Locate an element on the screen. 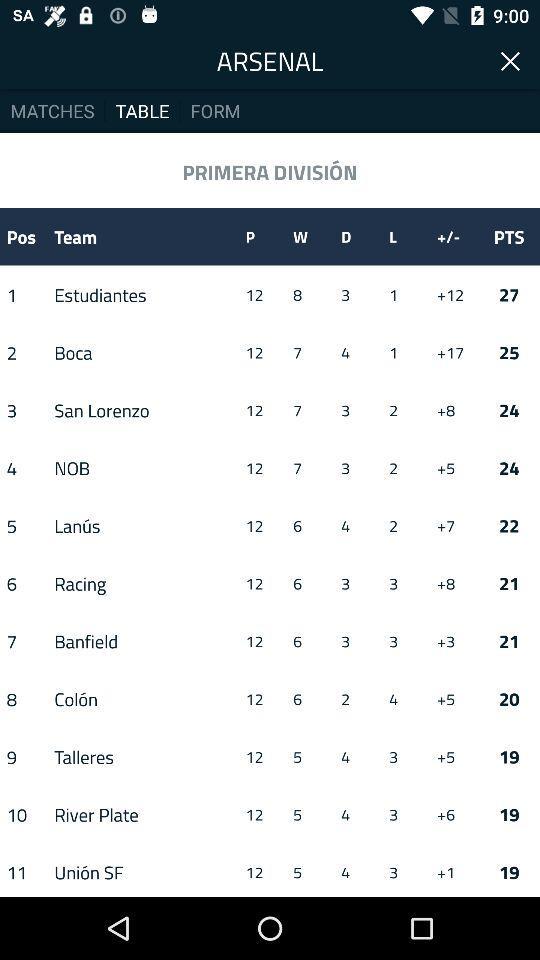  item below arsenal item is located at coordinates (214, 110).